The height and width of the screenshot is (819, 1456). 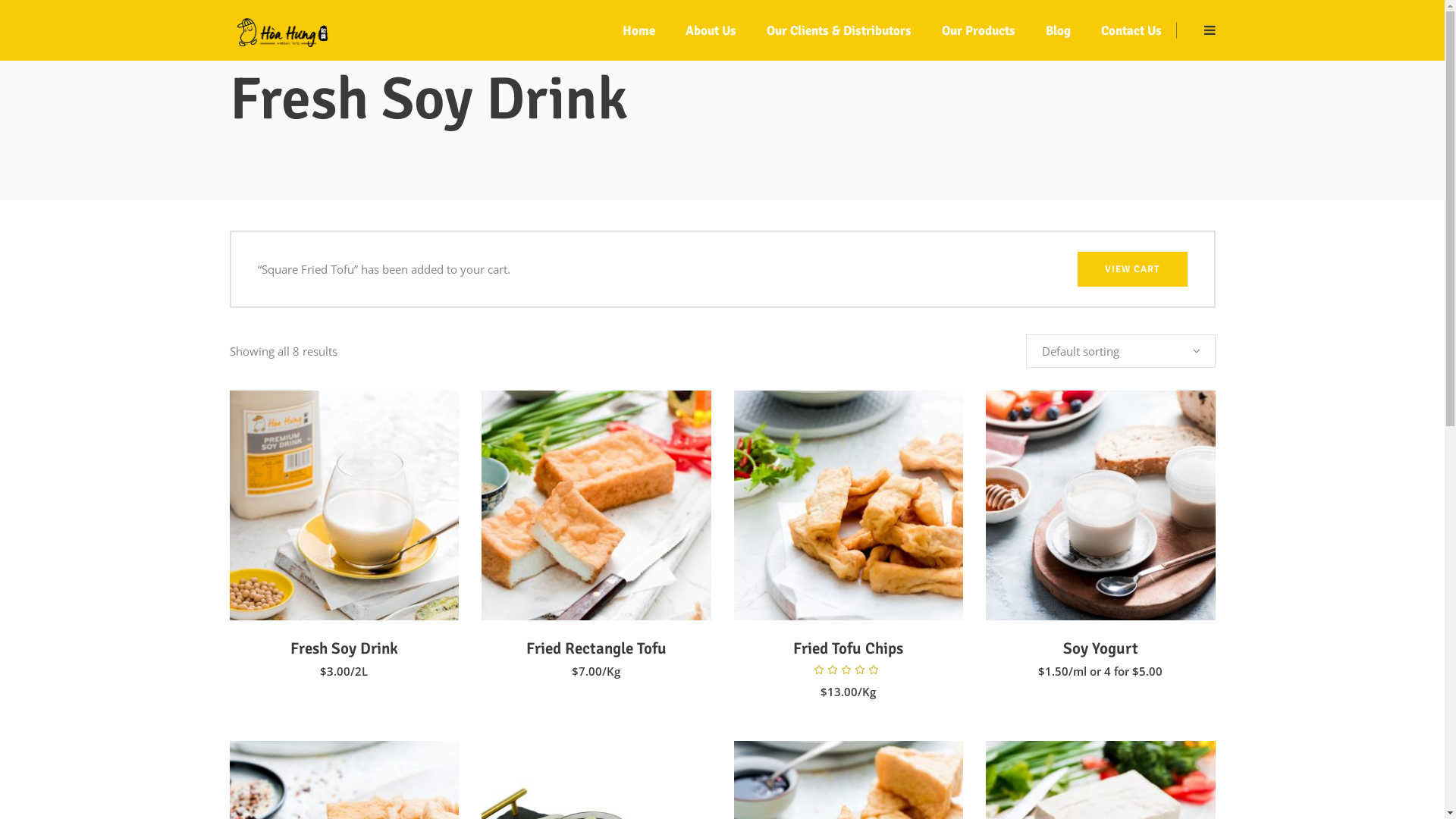 I want to click on 'Our Products', so click(x=978, y=30).